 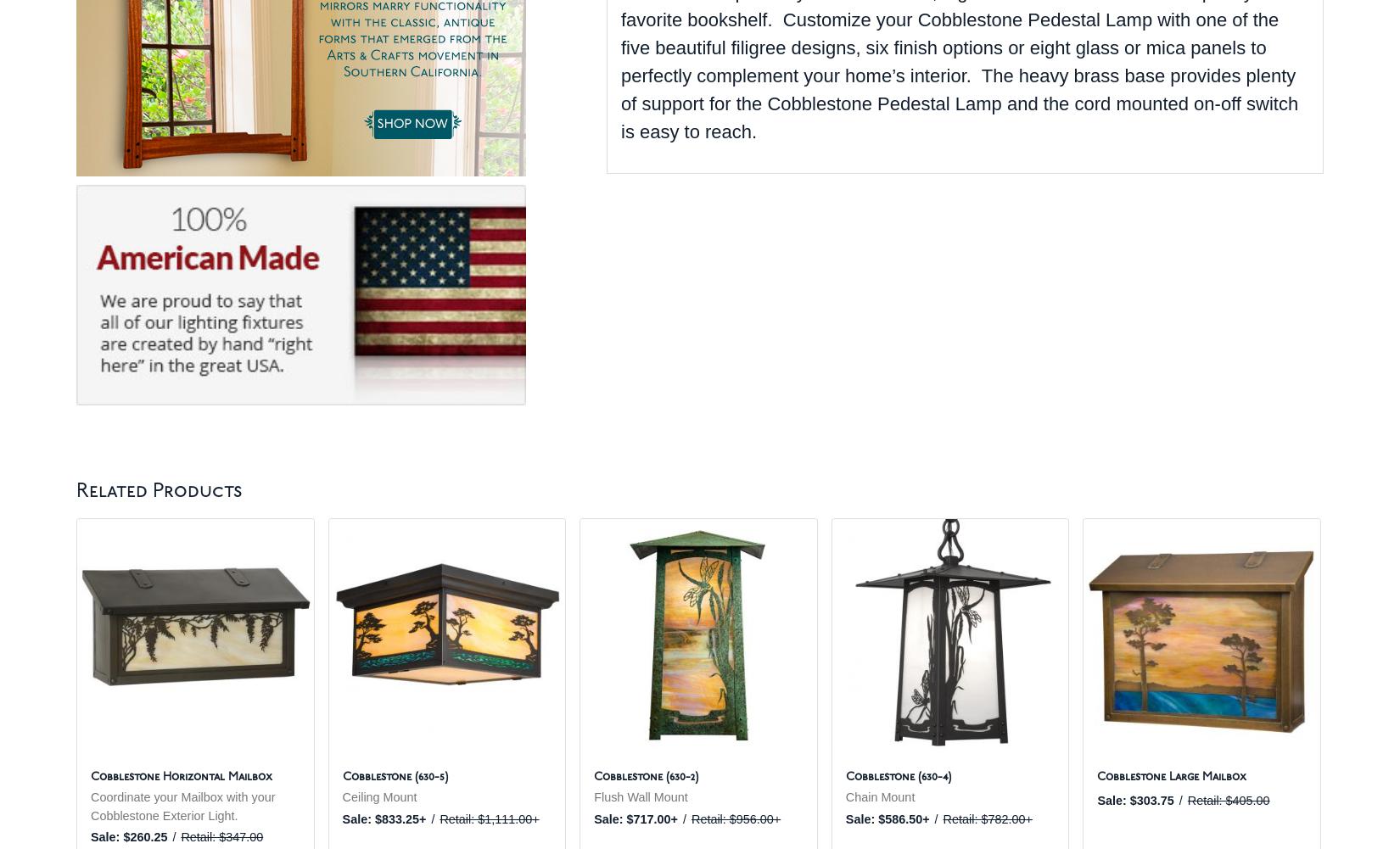 What do you see at coordinates (897, 777) in the screenshot?
I see `'Cobblestone (630-4)'` at bounding box center [897, 777].